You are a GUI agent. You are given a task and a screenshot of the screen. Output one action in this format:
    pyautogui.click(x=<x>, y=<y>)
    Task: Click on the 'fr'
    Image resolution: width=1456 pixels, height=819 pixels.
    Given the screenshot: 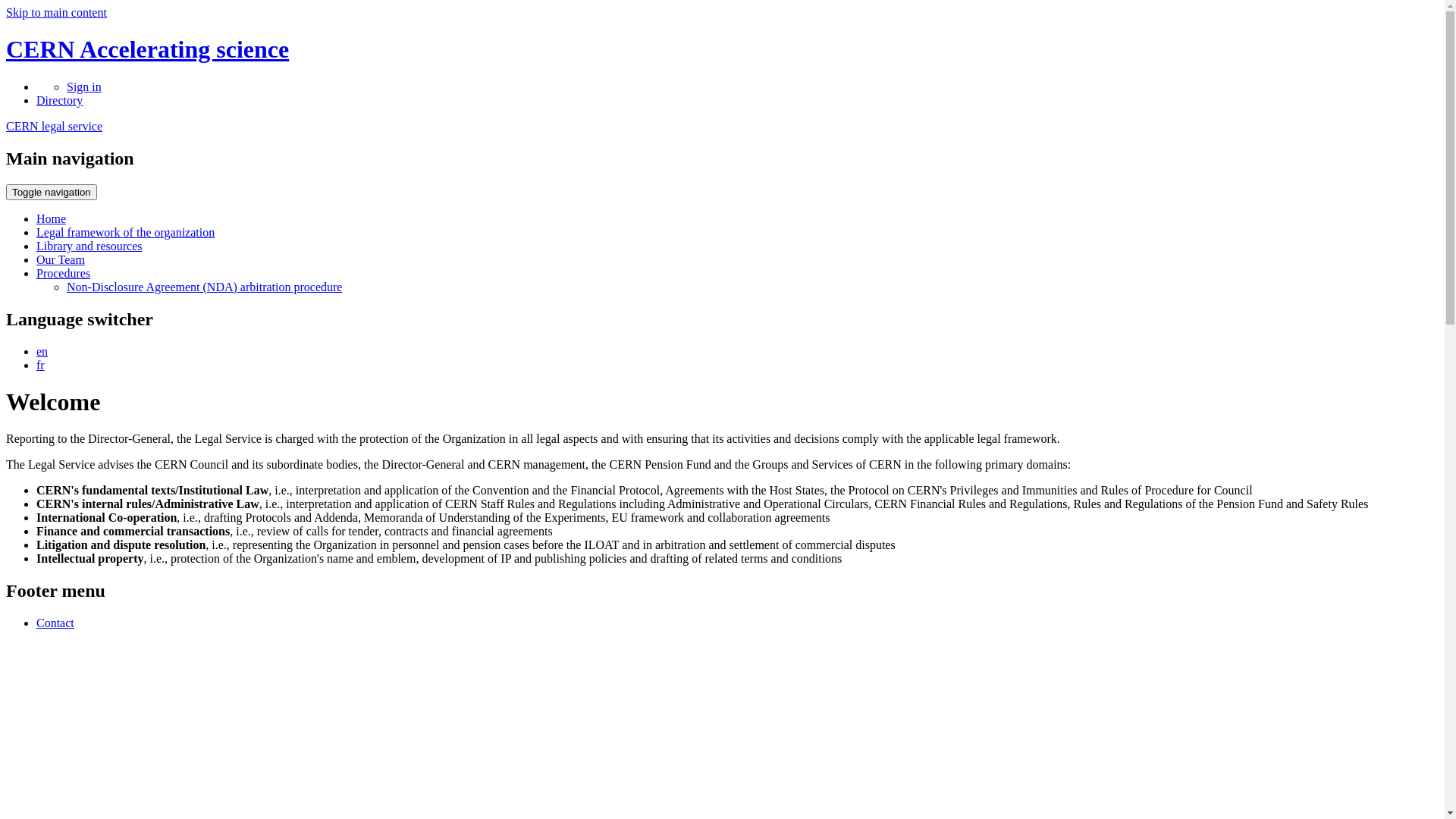 What is the action you would take?
    pyautogui.click(x=40, y=364)
    